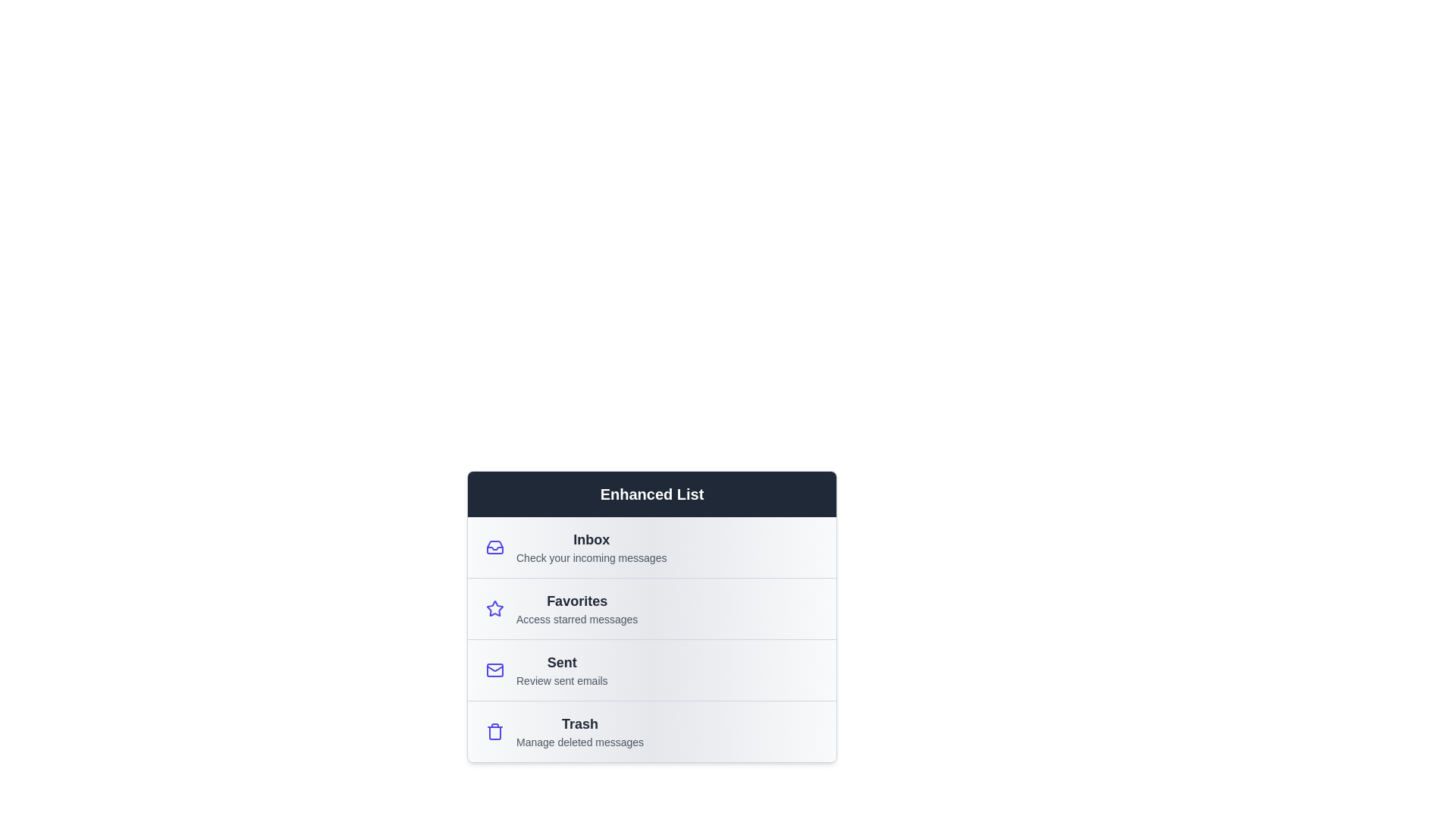 The width and height of the screenshot is (1456, 819). Describe the element at coordinates (579, 742) in the screenshot. I see `the text label providing additional information about managing deleted messages under the 'Trash' section, located at the bottom of the list items in the 'Enhanced List' section` at that location.